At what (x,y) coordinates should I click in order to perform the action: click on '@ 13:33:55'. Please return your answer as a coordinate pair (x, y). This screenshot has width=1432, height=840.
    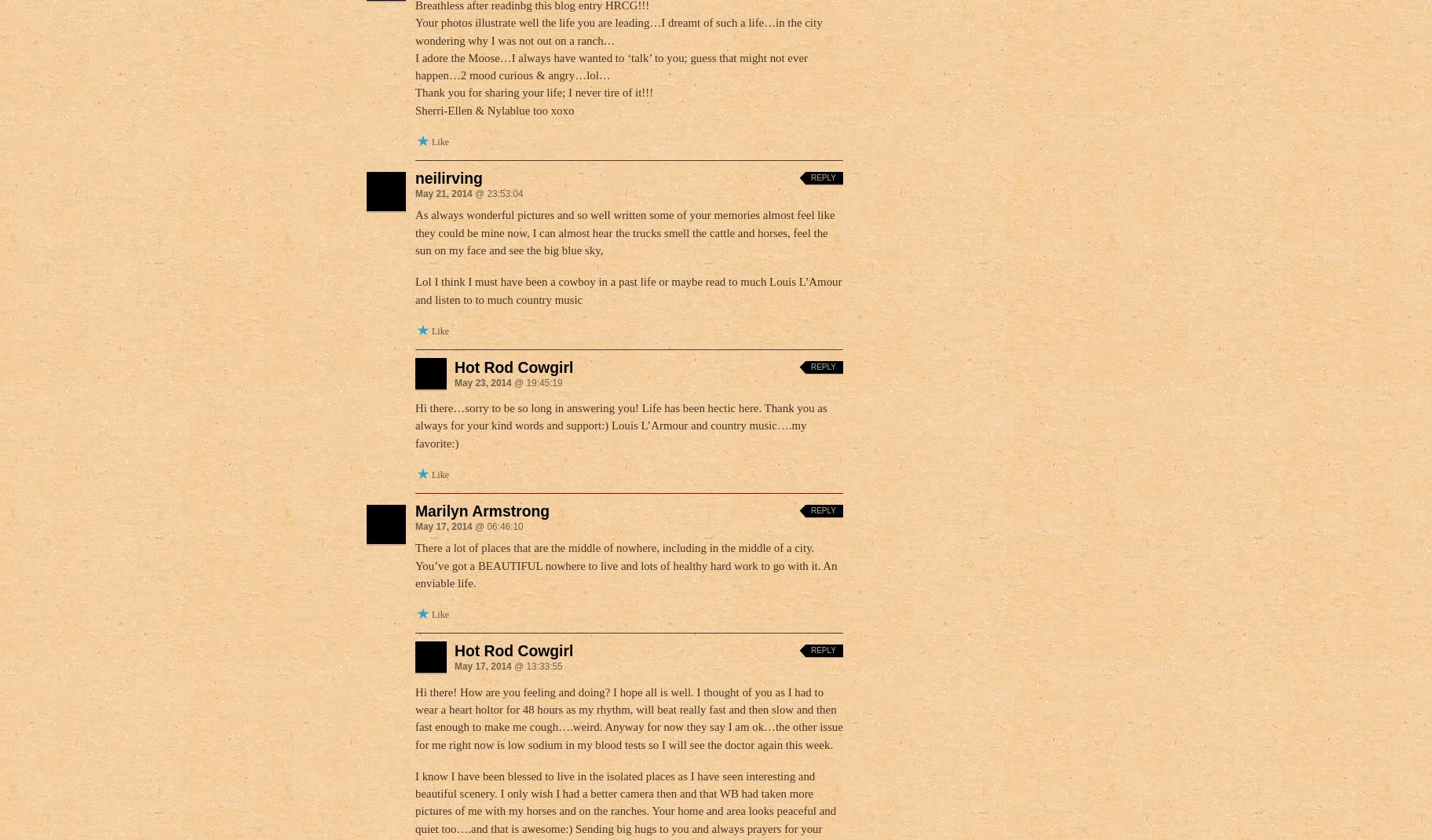
    Looking at the image, I should click on (510, 667).